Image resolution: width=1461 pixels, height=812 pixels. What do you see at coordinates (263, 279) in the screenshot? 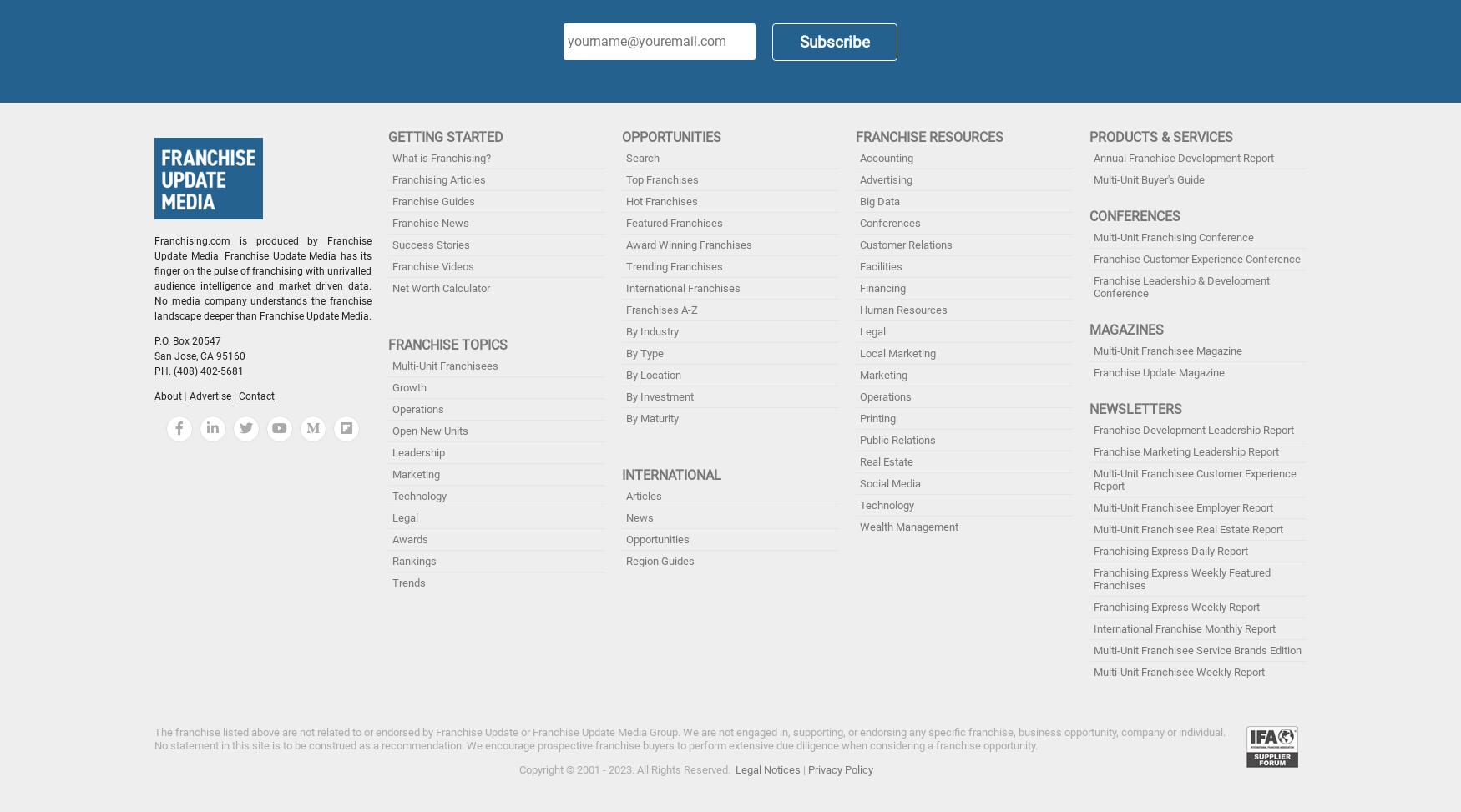
I see `'Franchising.com is produced by Franchise Update Media. Franchise Update Media has its finger on the pulse of franchising with unrivalled audience intelligence and market driven data. No media company understands the franchise landscape deeper than Franchise Update Media.'` at bounding box center [263, 279].